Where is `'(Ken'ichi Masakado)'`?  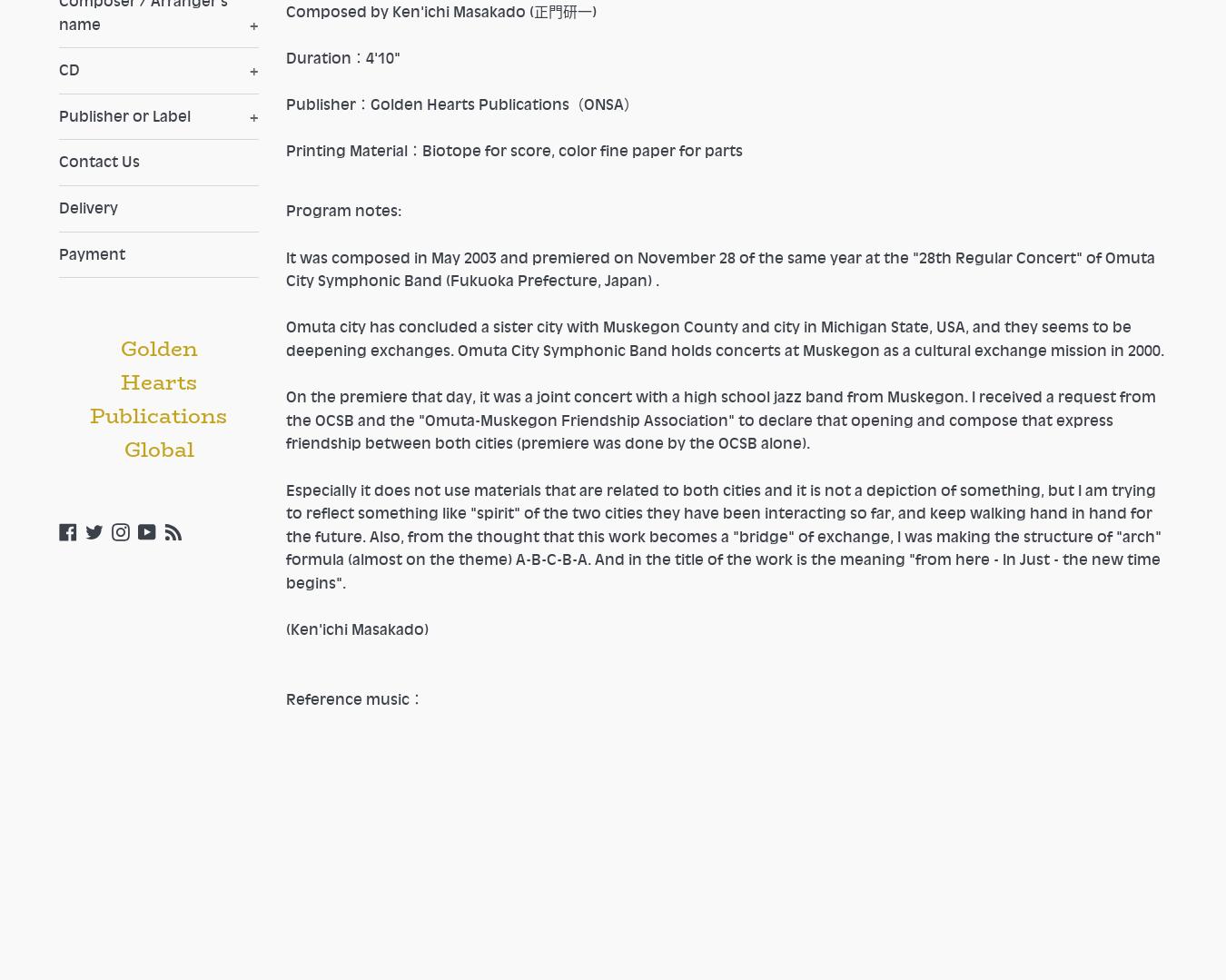 '(Ken'ichi Masakado)' is located at coordinates (357, 629).